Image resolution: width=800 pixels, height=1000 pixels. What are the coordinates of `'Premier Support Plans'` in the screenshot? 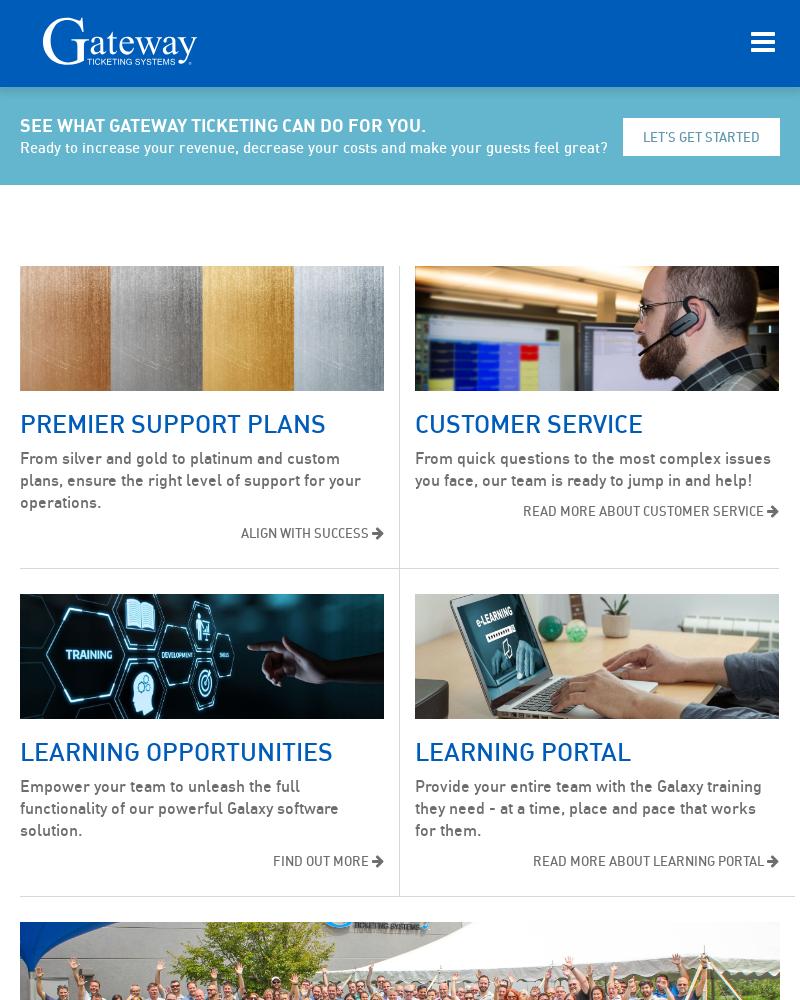 It's located at (171, 423).